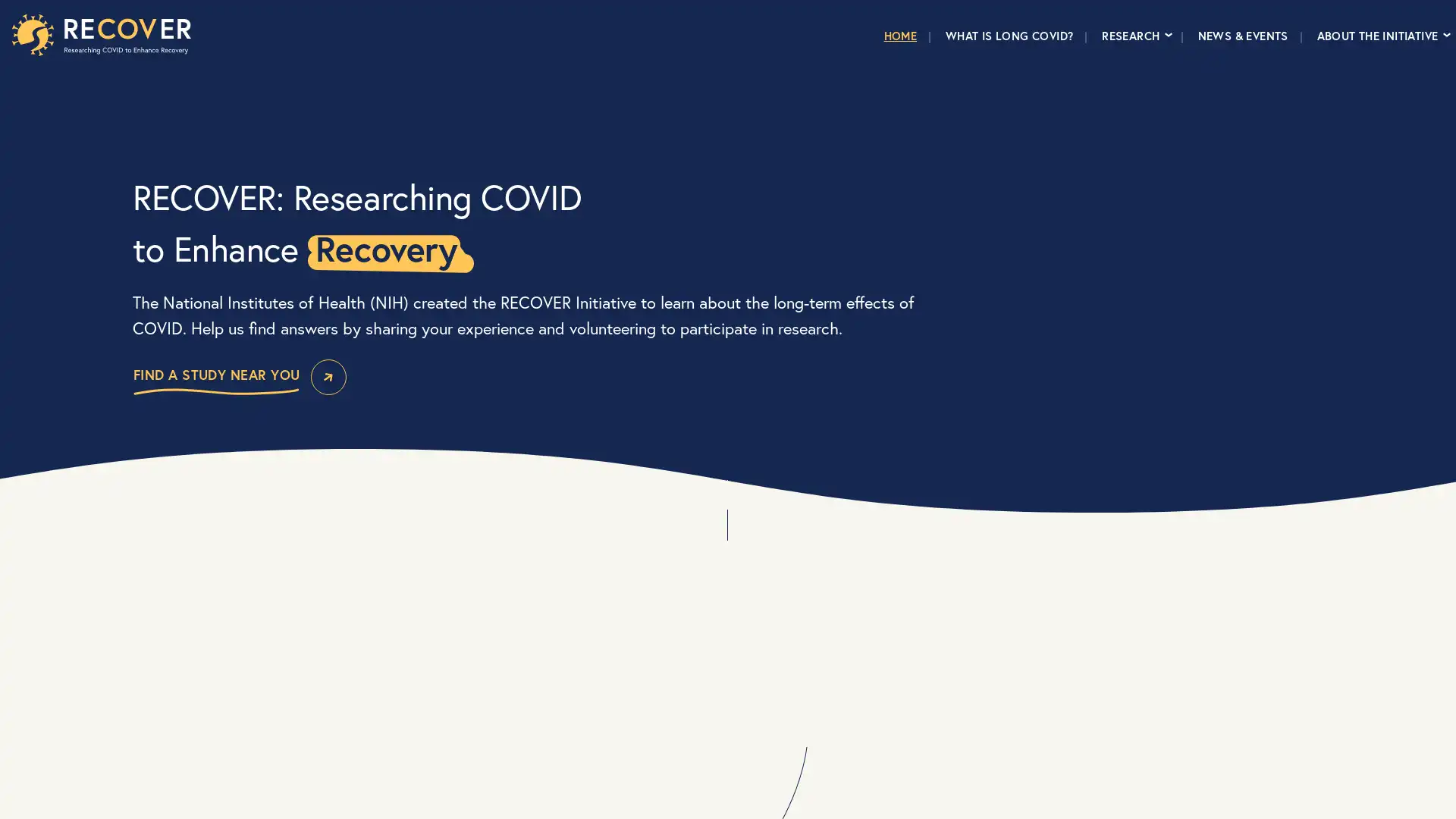 This screenshot has width=1456, height=819. I want to click on RESEARCH, so click(1124, 34).